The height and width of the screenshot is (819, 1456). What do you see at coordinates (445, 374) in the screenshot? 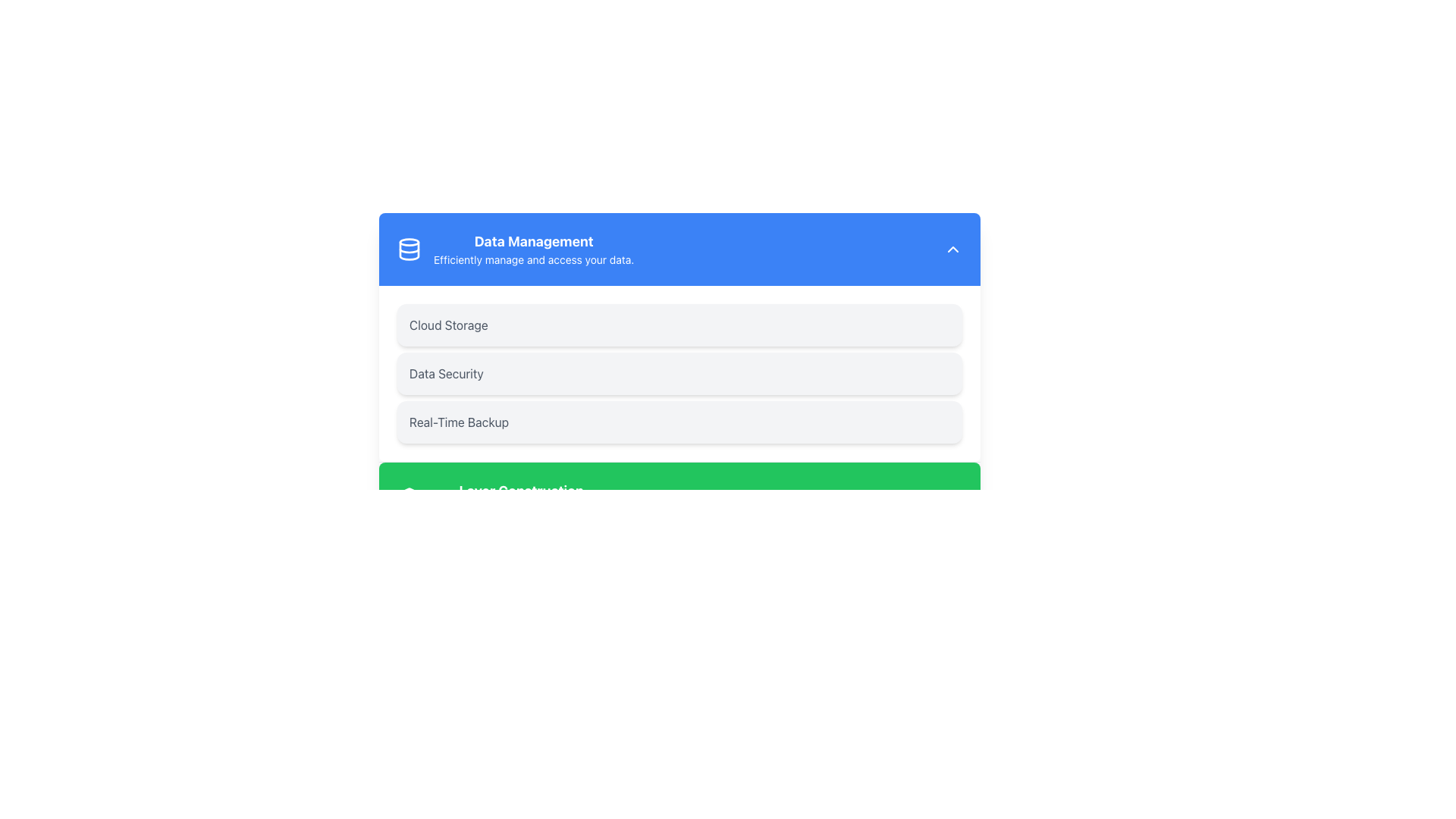
I see `text of the 'Data Security' label located in the second entry of the vertical list within the 'Data Management' card` at bounding box center [445, 374].